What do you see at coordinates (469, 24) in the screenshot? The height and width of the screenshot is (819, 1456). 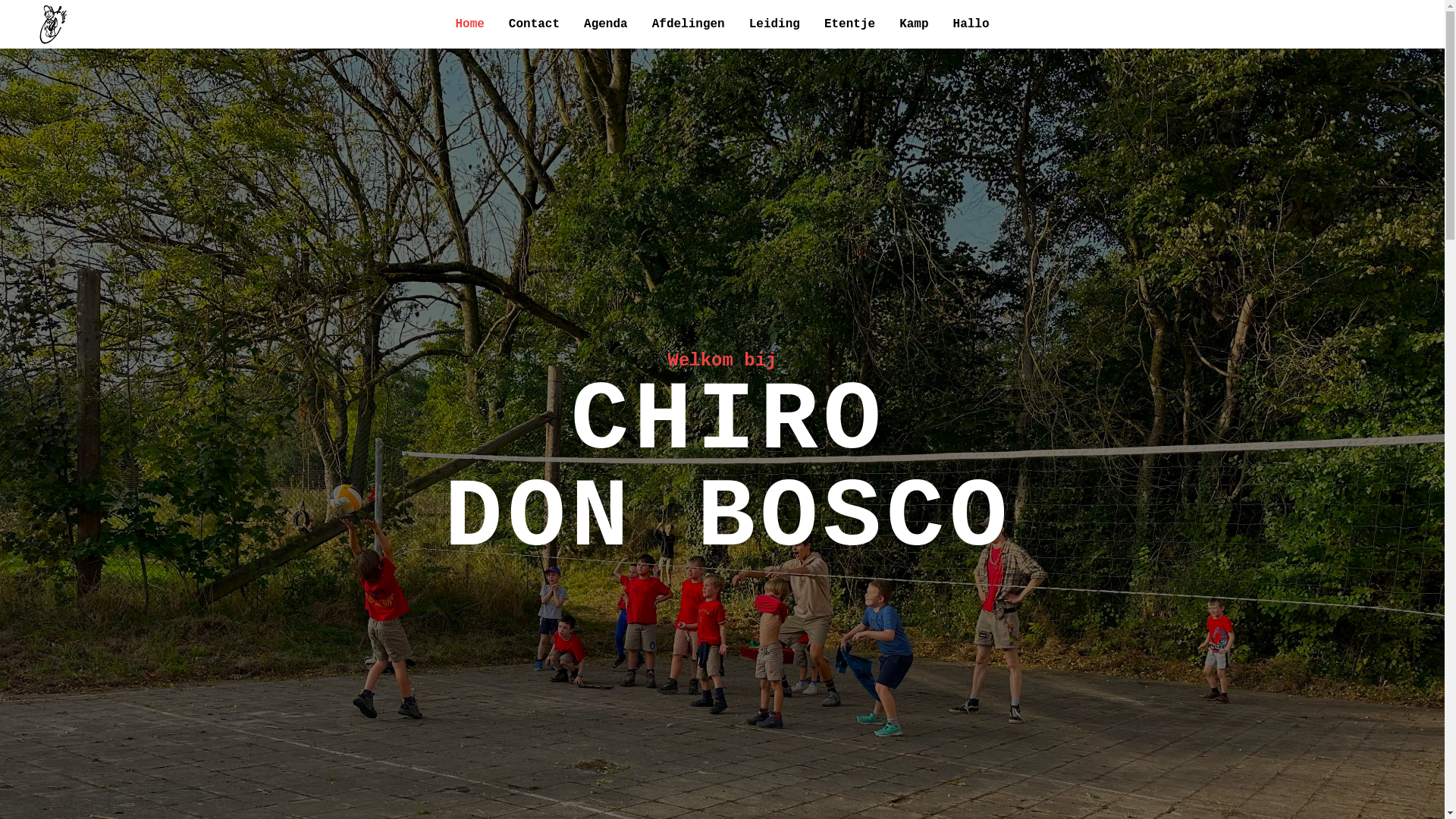 I see `'Home'` at bounding box center [469, 24].